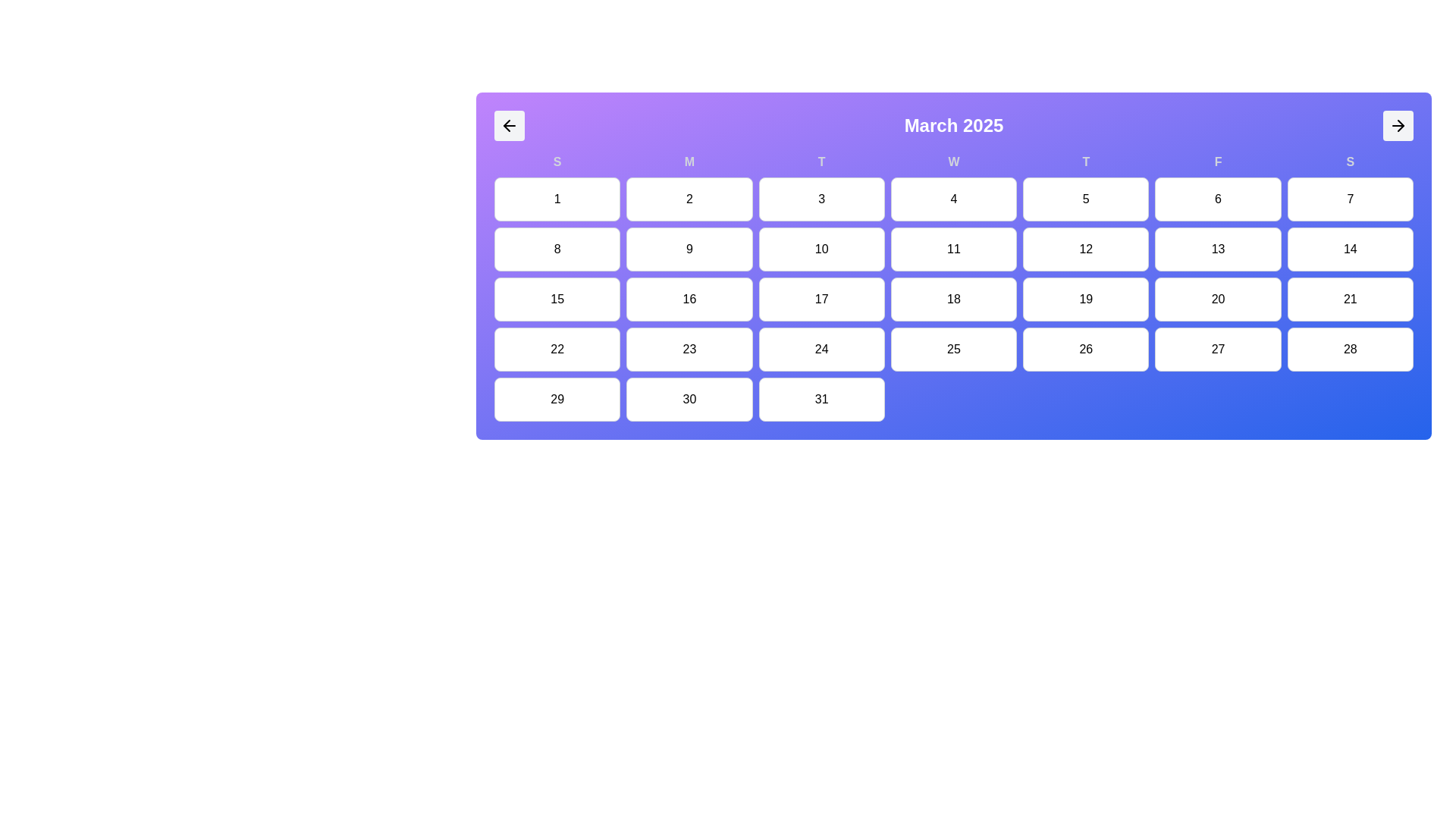  Describe the element at coordinates (821, 299) in the screenshot. I see `the Calendar date cell displaying '17' in the fifth row and third column of the March 2025 calendar` at that location.